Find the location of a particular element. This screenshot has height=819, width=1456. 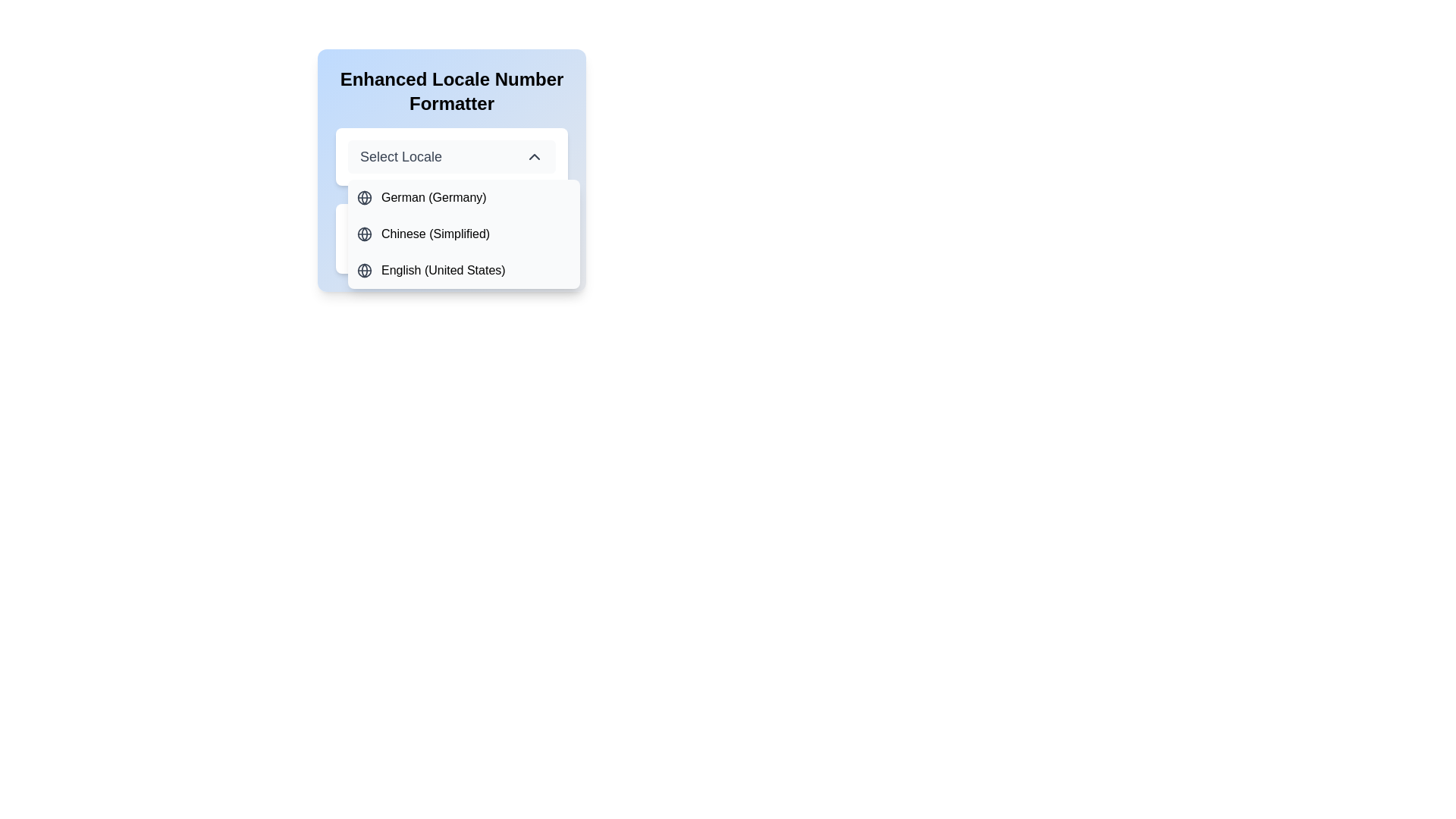

the text display box that presents a numerical value formatted according to the selected locale, located below the locale selector dropdown is located at coordinates (450, 239).